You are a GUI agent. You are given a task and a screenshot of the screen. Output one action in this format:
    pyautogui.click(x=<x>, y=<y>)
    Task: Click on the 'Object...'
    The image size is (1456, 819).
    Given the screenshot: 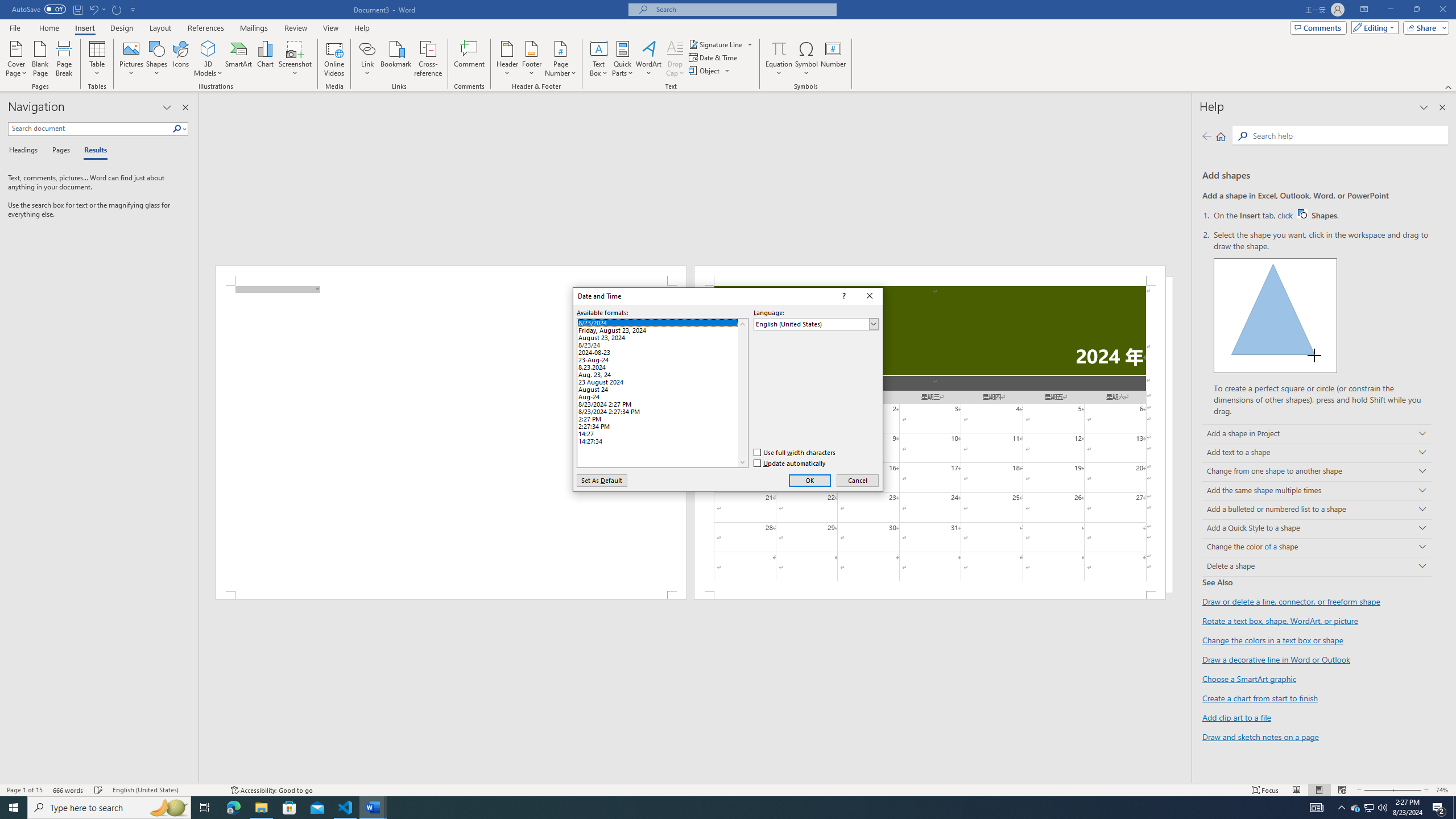 What is the action you would take?
    pyautogui.click(x=705, y=69)
    